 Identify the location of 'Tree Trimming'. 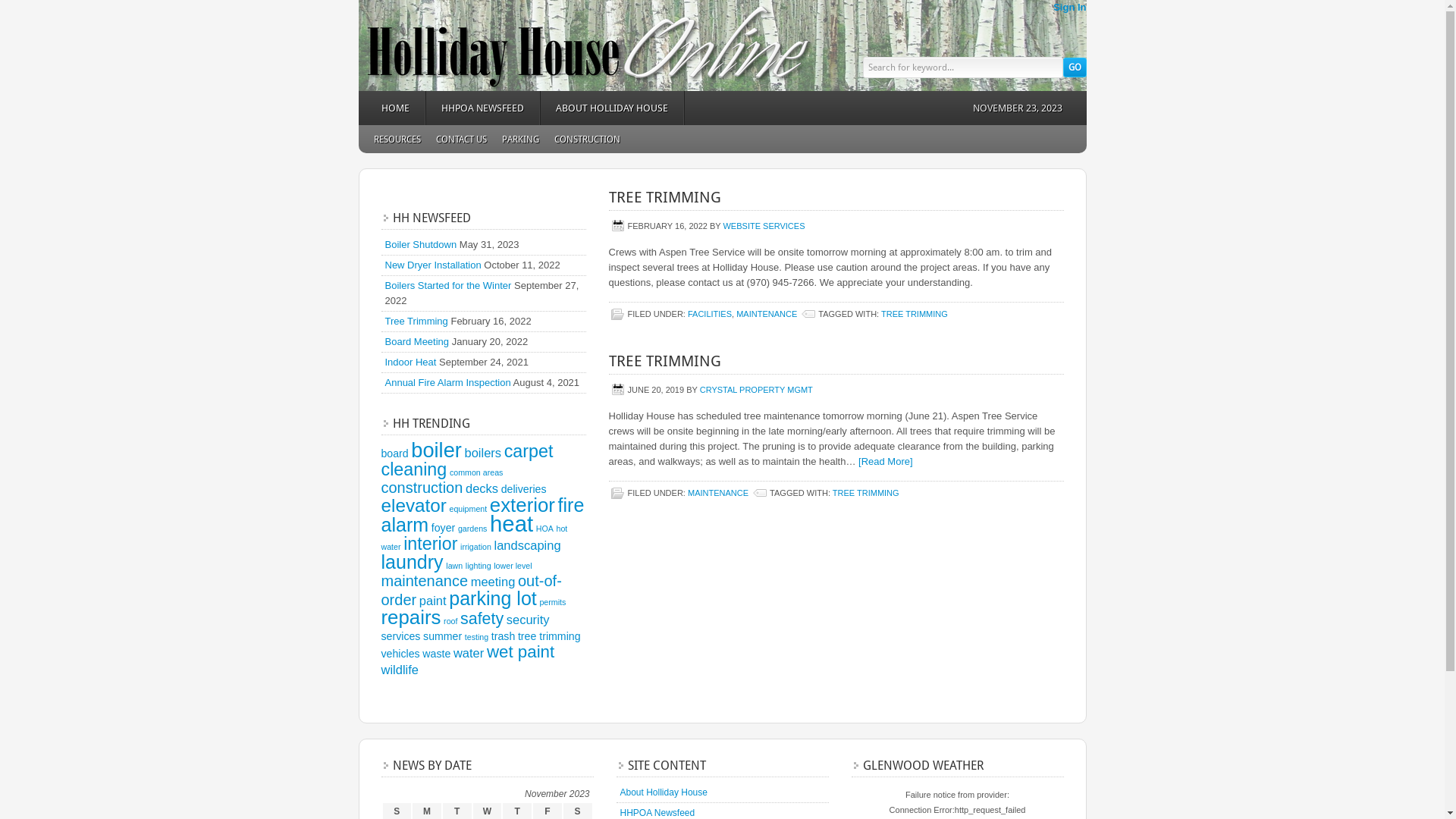
(416, 320).